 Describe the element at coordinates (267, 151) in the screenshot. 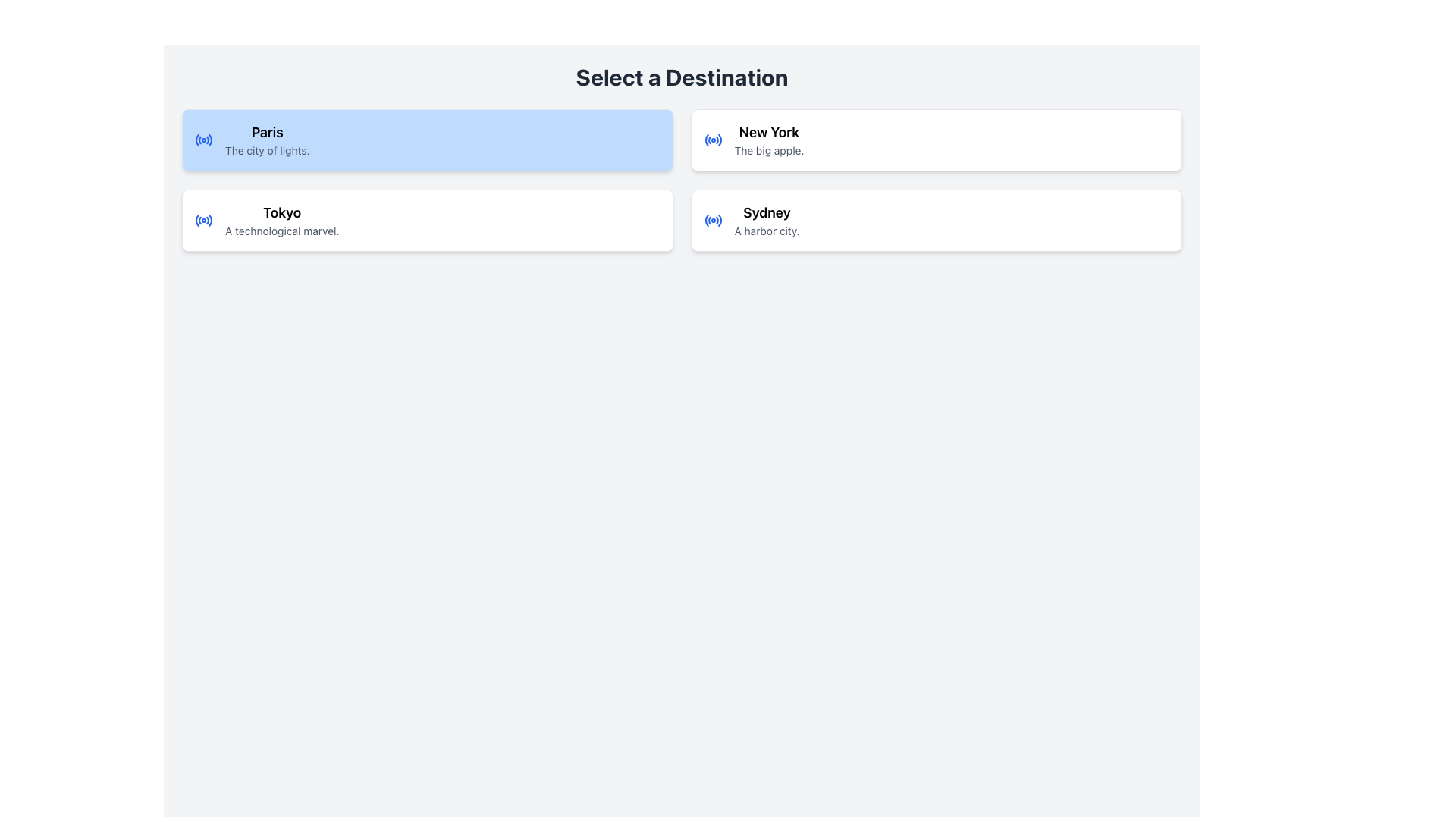

I see `the descriptive subtitle text label located directly below the 'Paris' destination option in the first blue-highlighted box on the left side of the display` at that location.